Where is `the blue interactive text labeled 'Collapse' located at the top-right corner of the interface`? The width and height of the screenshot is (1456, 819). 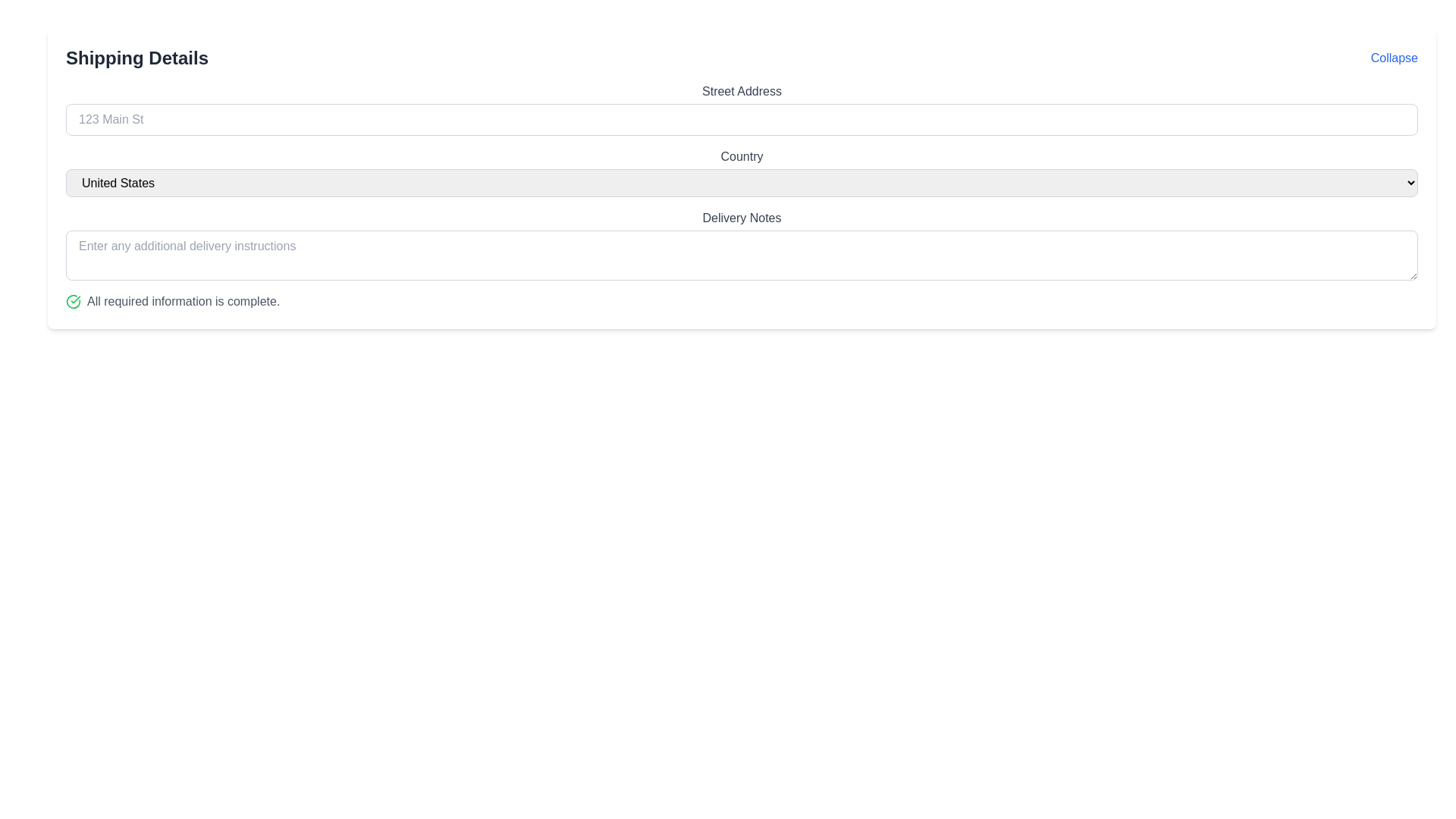 the blue interactive text labeled 'Collapse' located at the top-right corner of the interface is located at coordinates (1394, 58).